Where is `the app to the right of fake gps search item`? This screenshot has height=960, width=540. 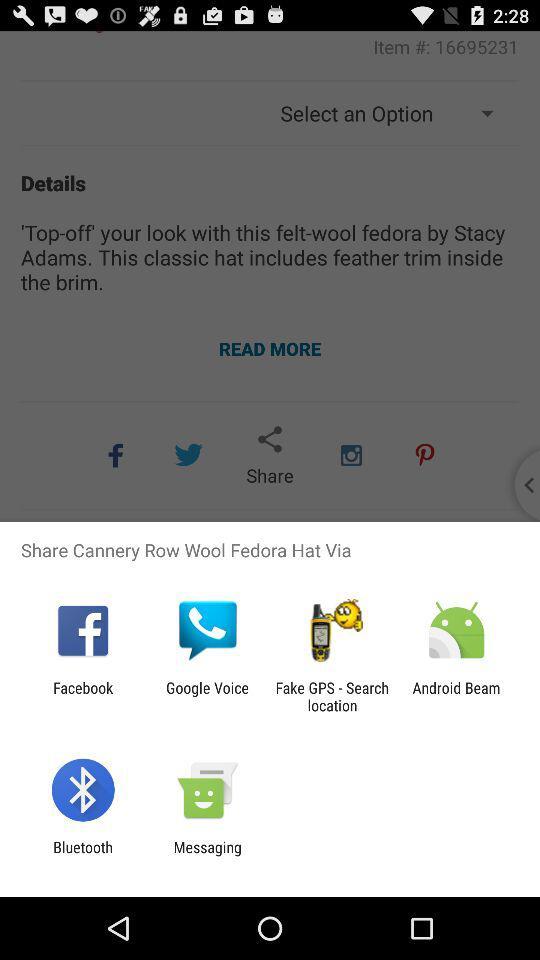 the app to the right of fake gps search item is located at coordinates (456, 696).